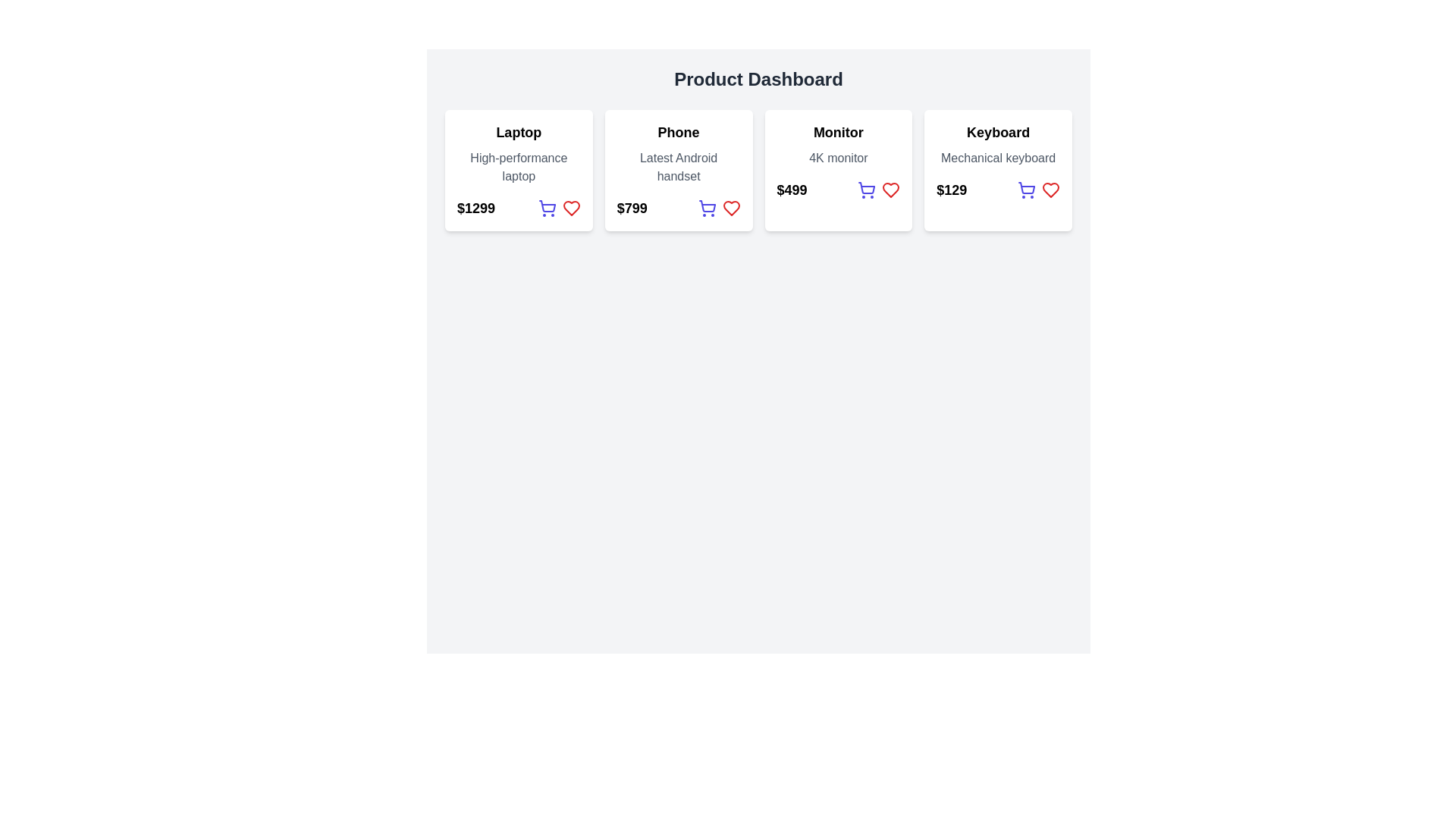 The height and width of the screenshot is (819, 1456). What do you see at coordinates (791, 189) in the screenshot?
I see `displayed price '$499' from the bold text label centrally located within the 'Monitor' card in the product dashboard interface` at bounding box center [791, 189].